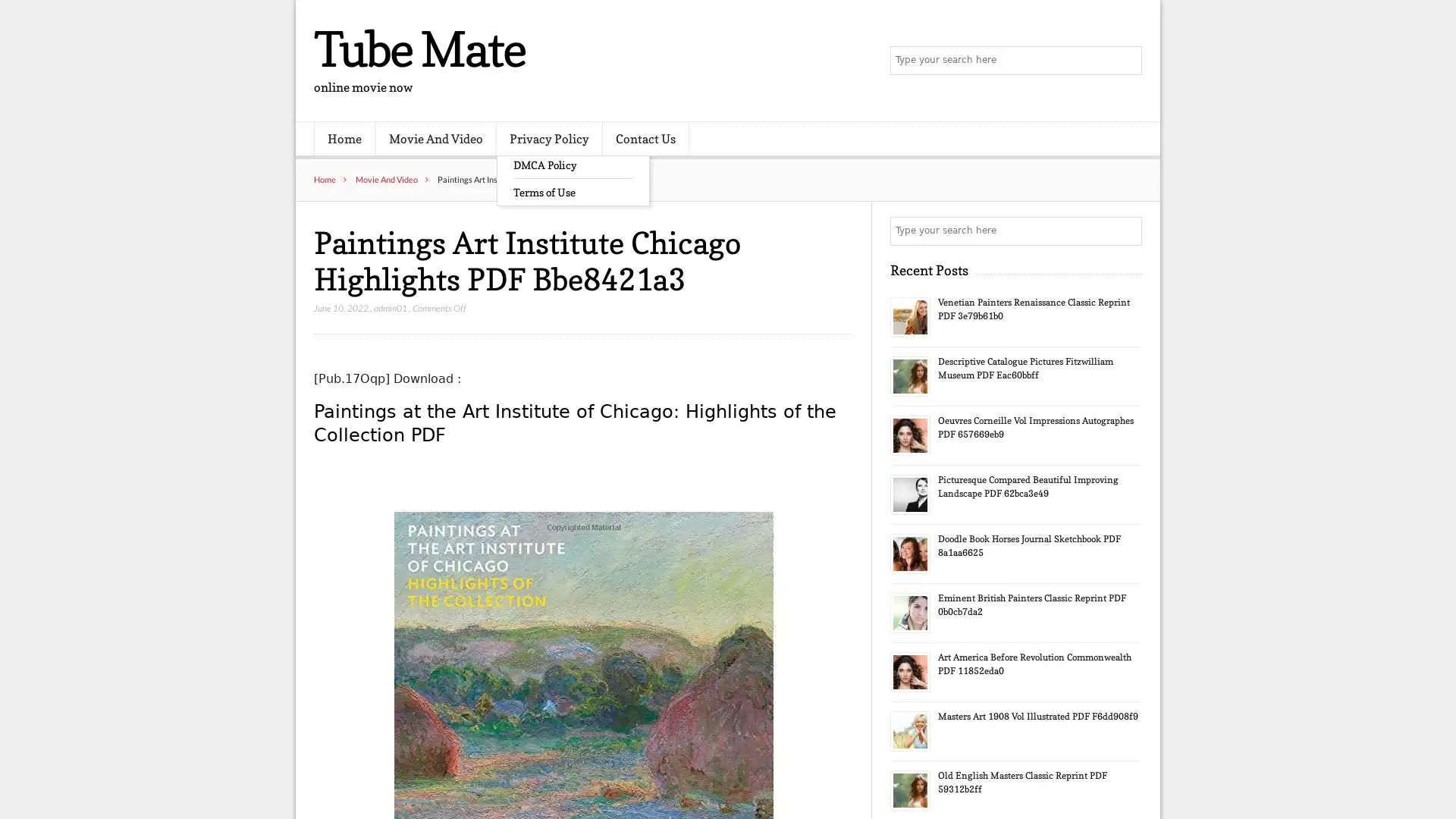 The height and width of the screenshot is (819, 1456). Describe the element at coordinates (1126, 61) in the screenshot. I see `Search` at that location.